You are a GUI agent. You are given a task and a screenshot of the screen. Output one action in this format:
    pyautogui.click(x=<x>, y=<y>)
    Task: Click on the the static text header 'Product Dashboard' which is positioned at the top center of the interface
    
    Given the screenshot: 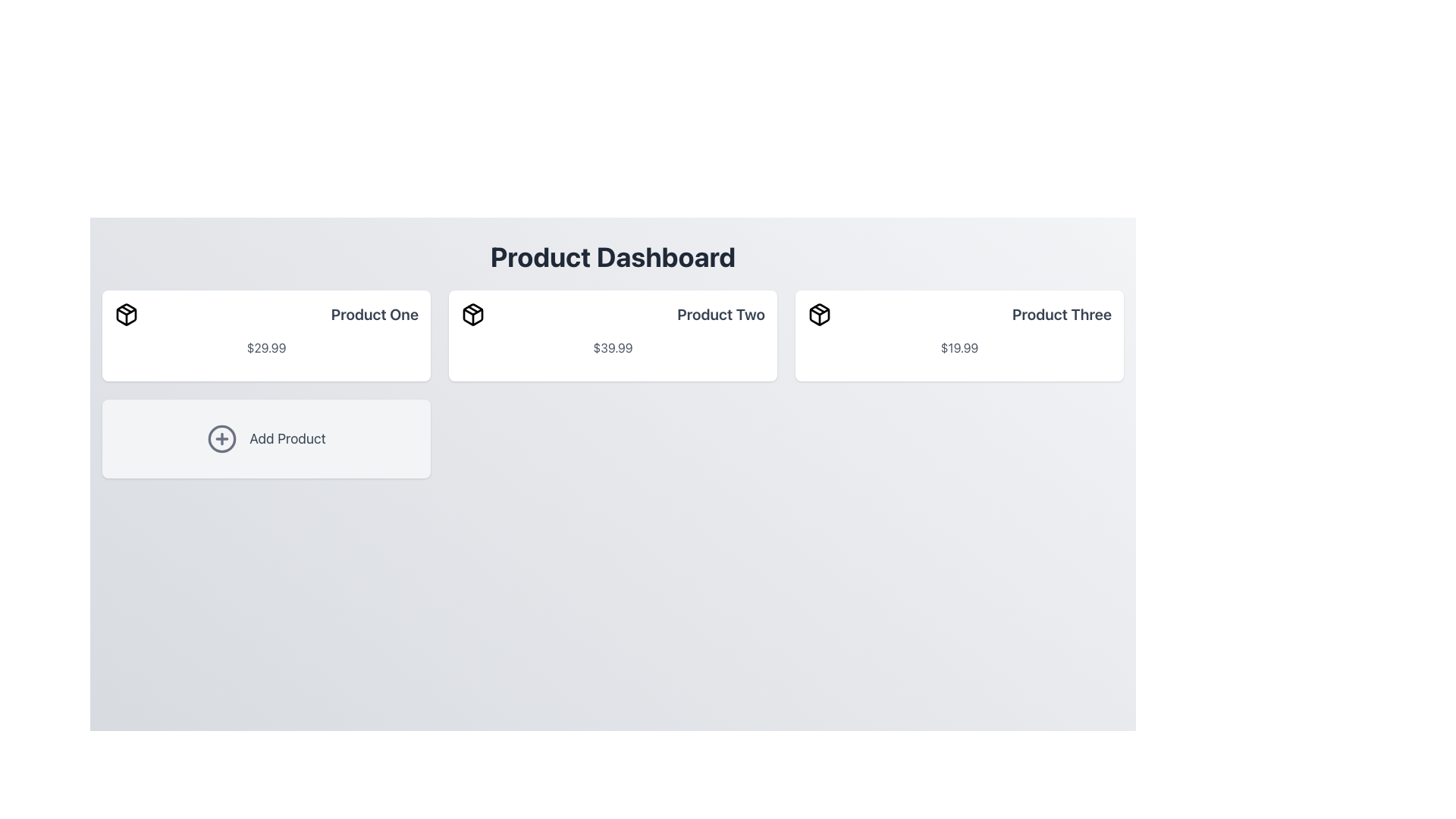 What is the action you would take?
    pyautogui.click(x=613, y=256)
    